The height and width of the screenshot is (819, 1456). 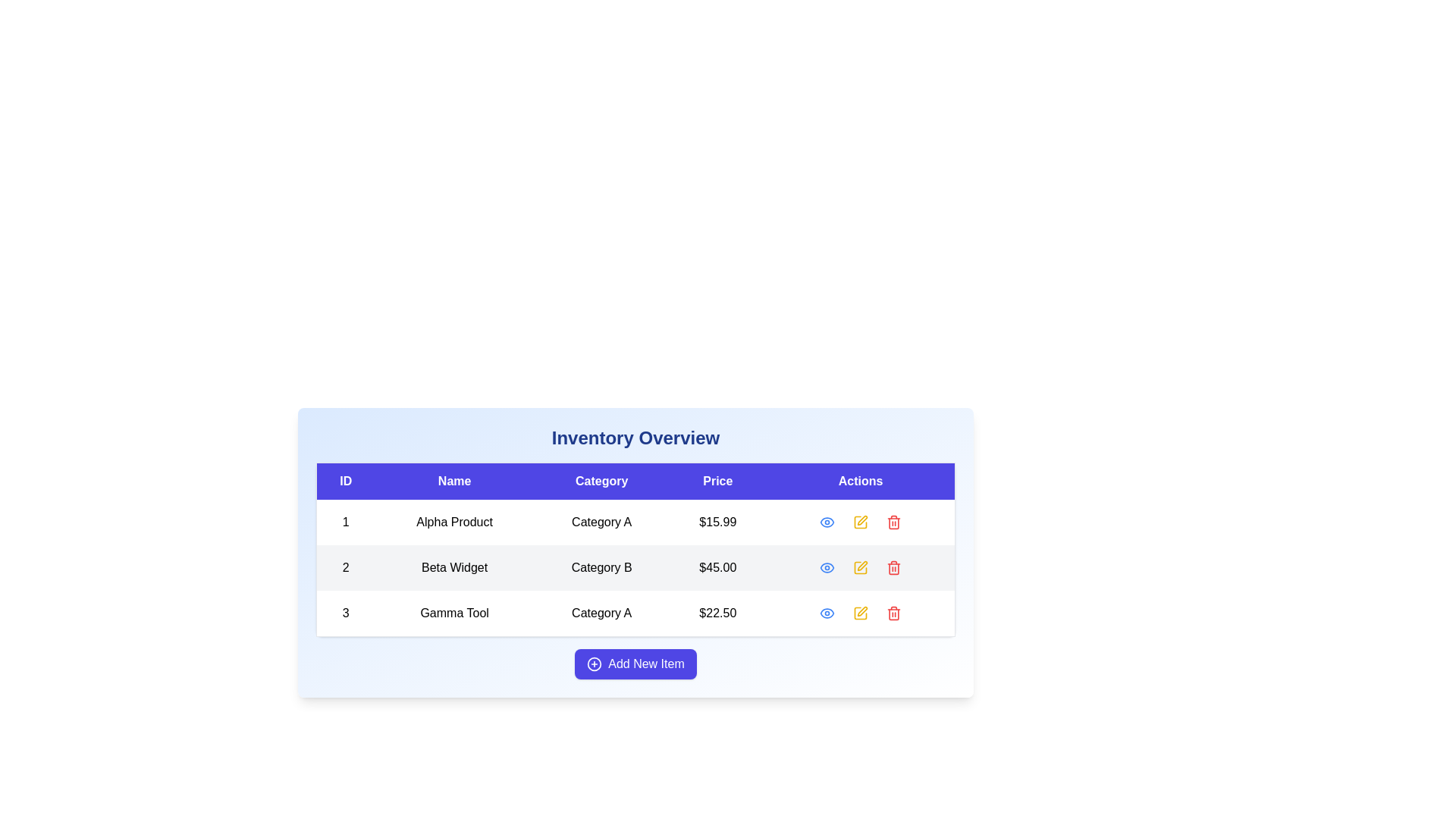 I want to click on the 'view' icon located, so click(x=826, y=522).